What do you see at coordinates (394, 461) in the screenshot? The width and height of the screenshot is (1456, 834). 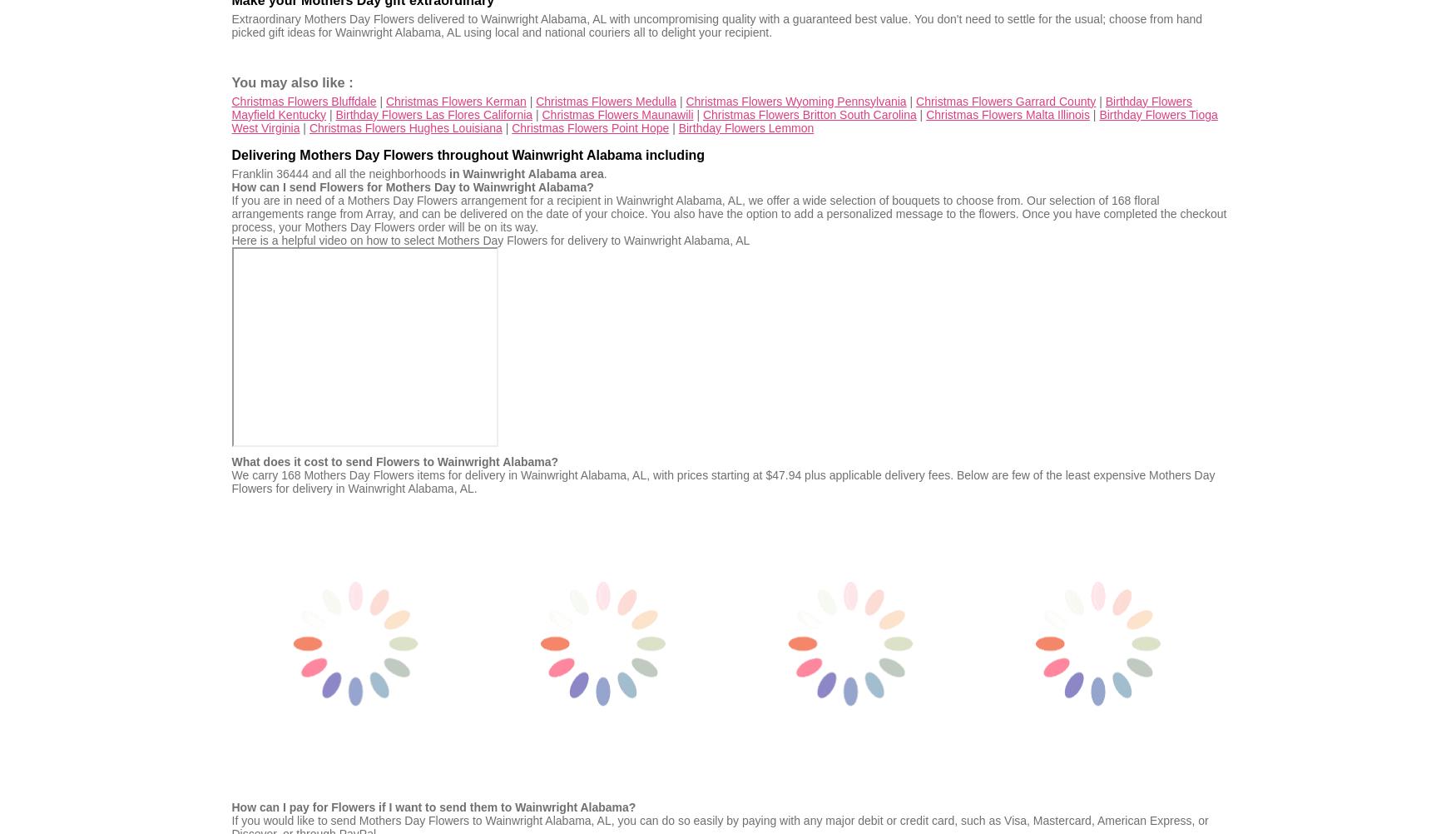 I see `'What does it cost to send Flowers to Wainwright Alabama?'` at bounding box center [394, 461].